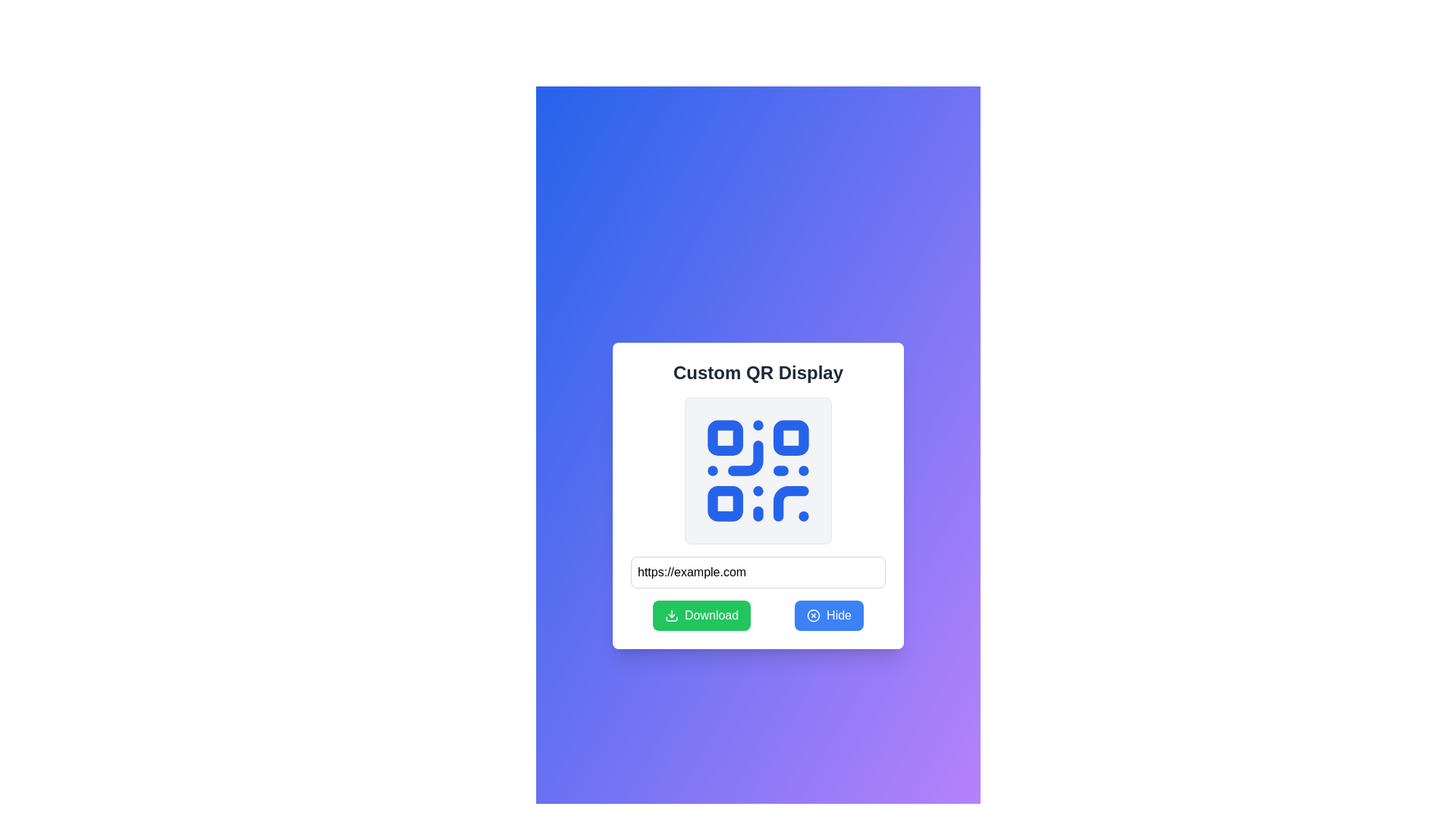 The image size is (1456, 819). What do you see at coordinates (670, 616) in the screenshot?
I see `the green 'Download' button which contains the downward arrow icon for the download action` at bounding box center [670, 616].